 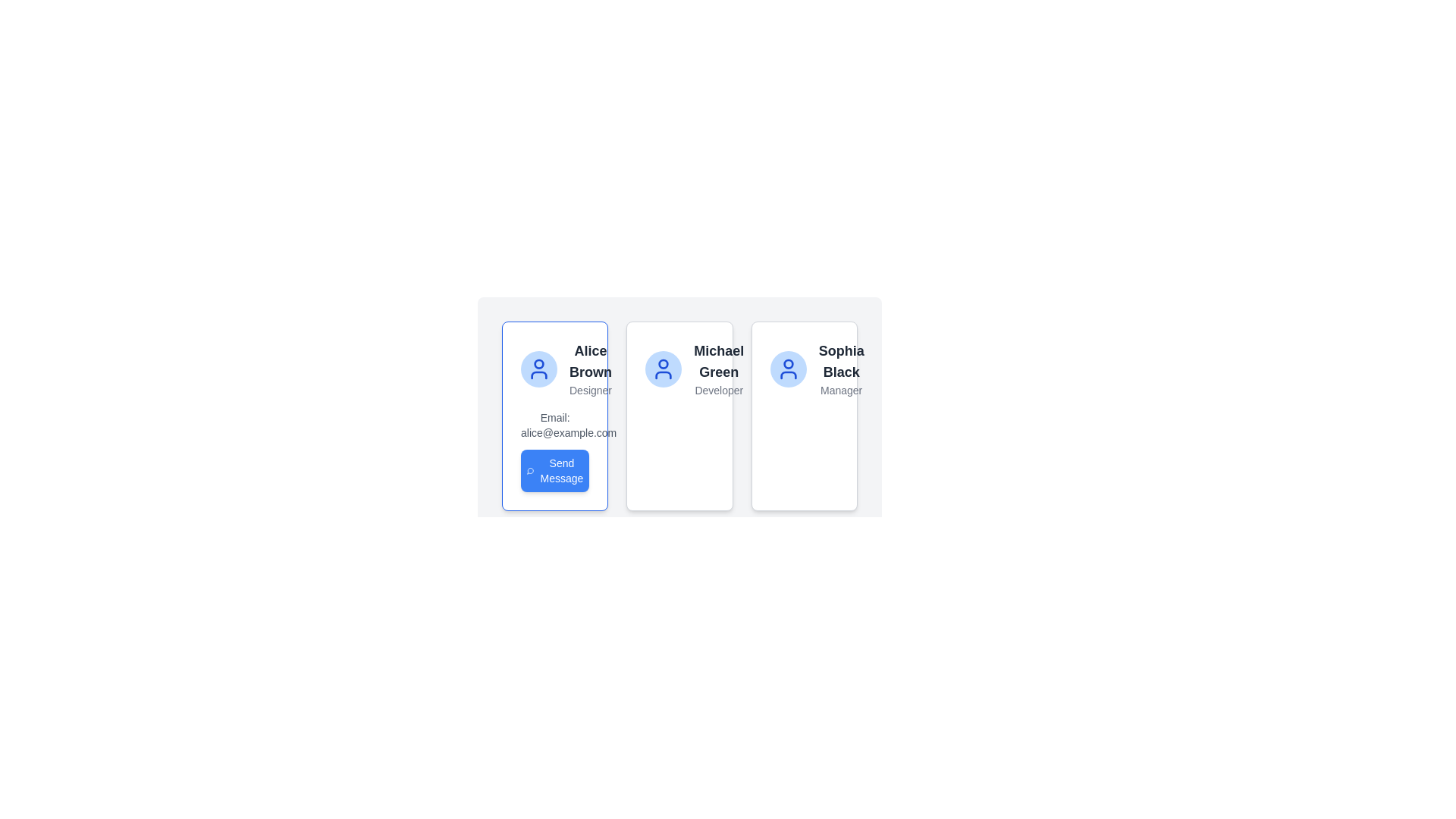 What do you see at coordinates (718, 369) in the screenshot?
I see `identification Label that displays the individual's name and role, located in the middle card of a horizontally aligned group of cards, between 'Alice Brown' and 'Sophia Black'` at bounding box center [718, 369].